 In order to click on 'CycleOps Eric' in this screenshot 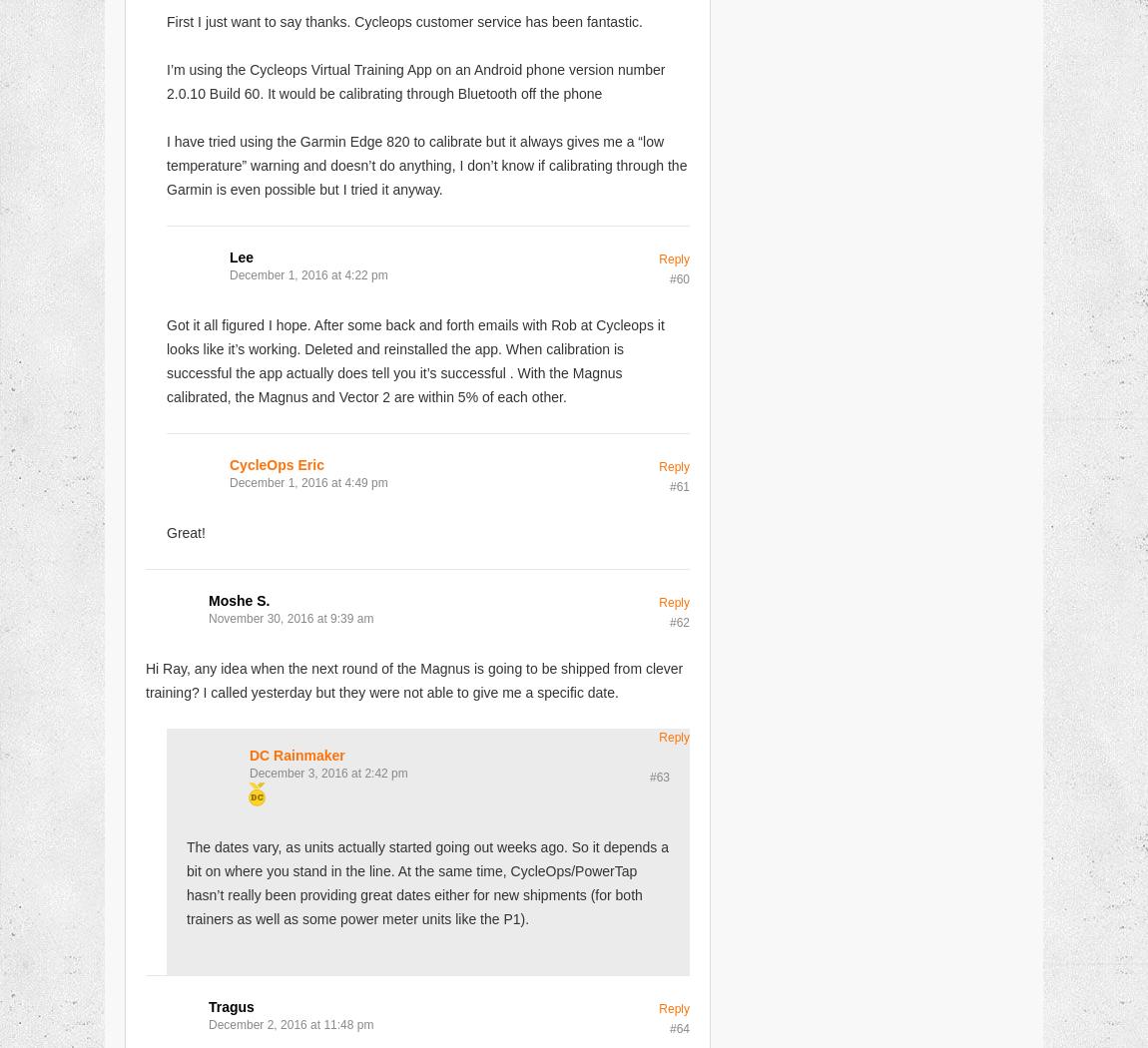, I will do `click(276, 464)`.